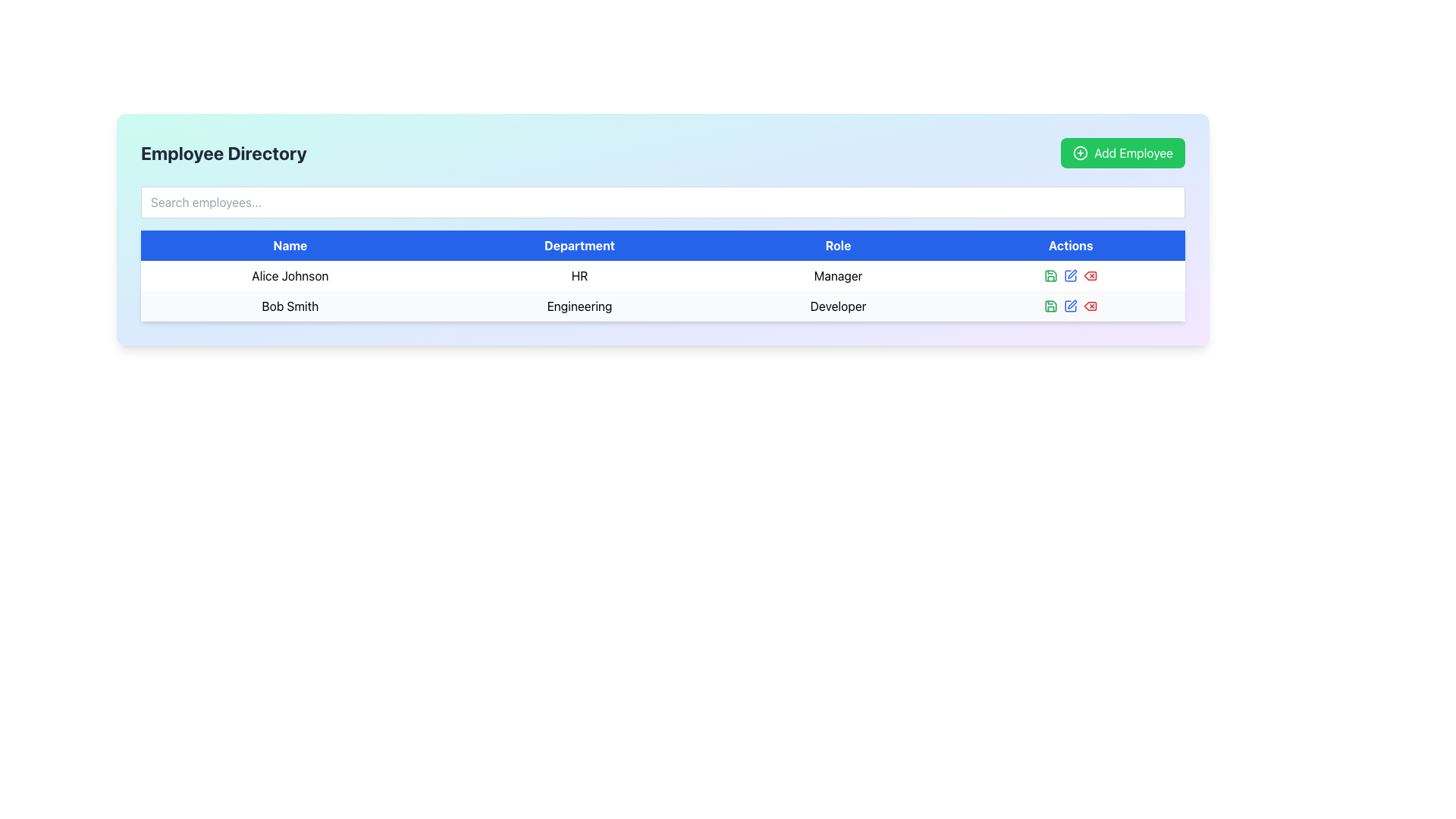  Describe the element at coordinates (1072, 274) in the screenshot. I see `the edit icon for Bob Smith's entry in the action icons row to initiate the edit action` at that location.